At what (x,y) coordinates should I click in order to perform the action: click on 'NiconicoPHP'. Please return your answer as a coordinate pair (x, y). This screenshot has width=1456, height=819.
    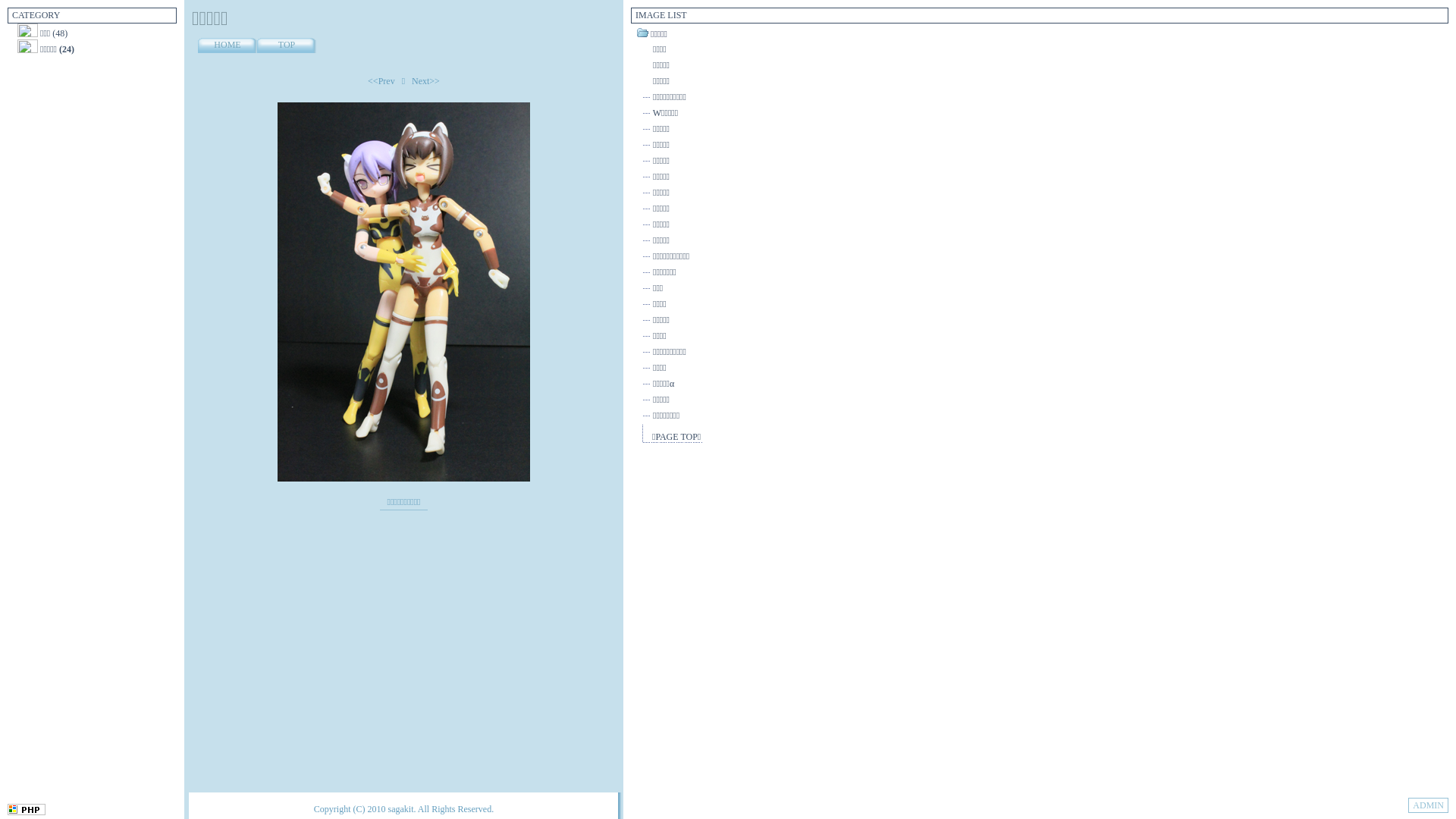
    Looking at the image, I should click on (7, 811).